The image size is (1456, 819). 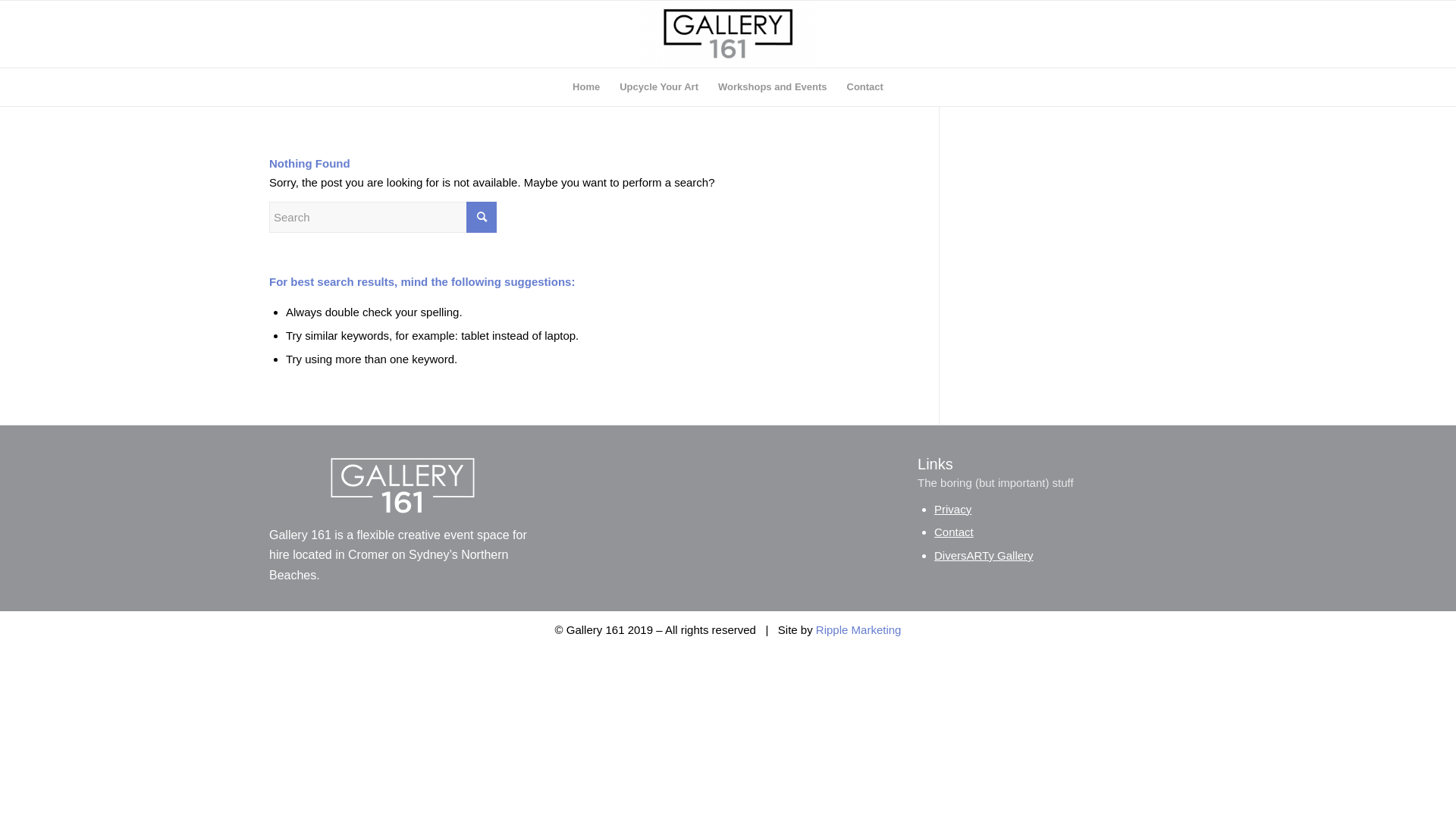 I want to click on 'Ripple Marketing', so click(x=858, y=629).